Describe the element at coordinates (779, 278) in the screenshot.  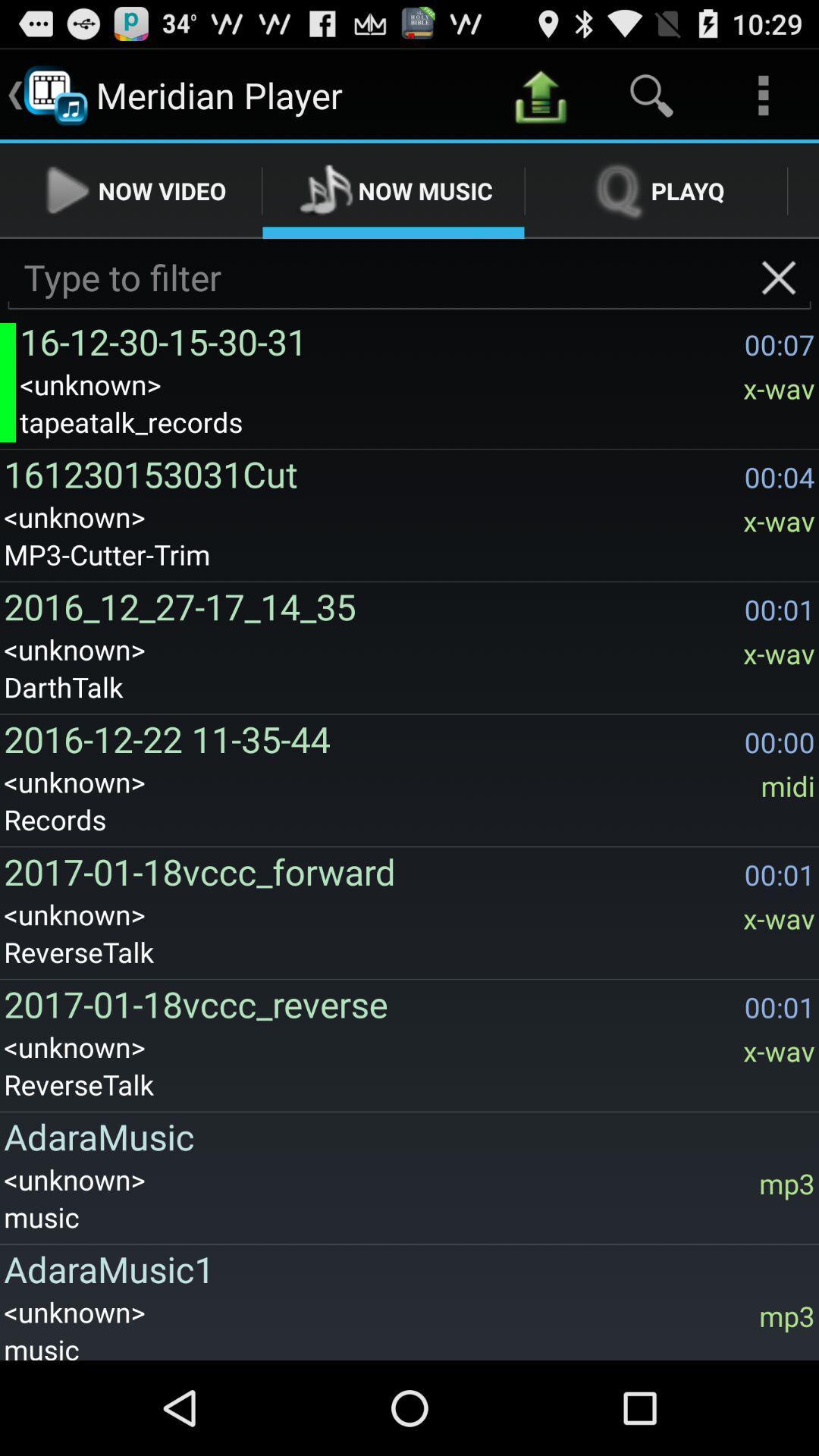
I see `quit for menu` at that location.